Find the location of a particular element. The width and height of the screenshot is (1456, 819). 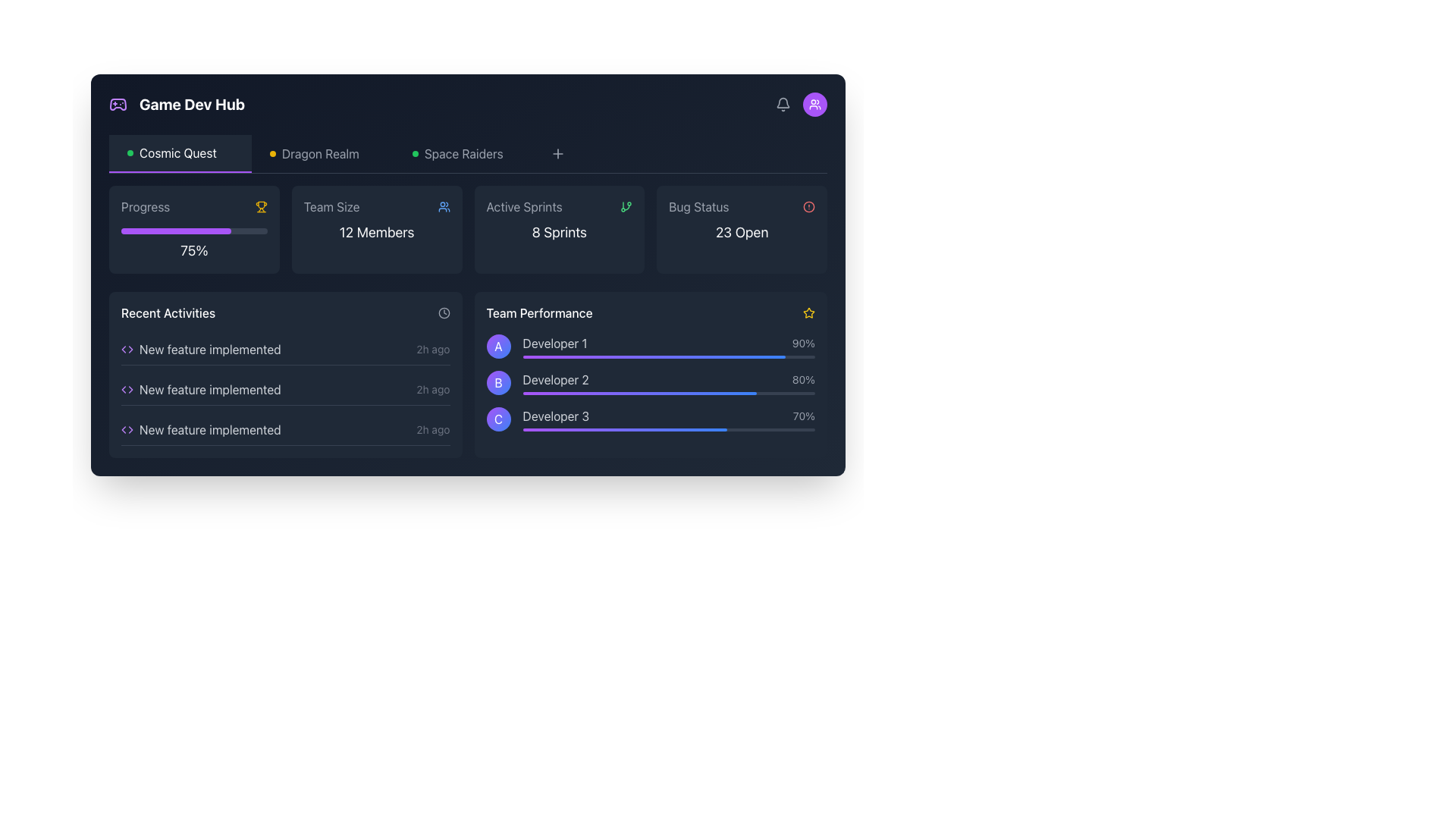

the icon located in the 'Active Sprints' panel, which is positioned to the right of the text '8 Sprints', for indicative information is located at coordinates (626, 207).